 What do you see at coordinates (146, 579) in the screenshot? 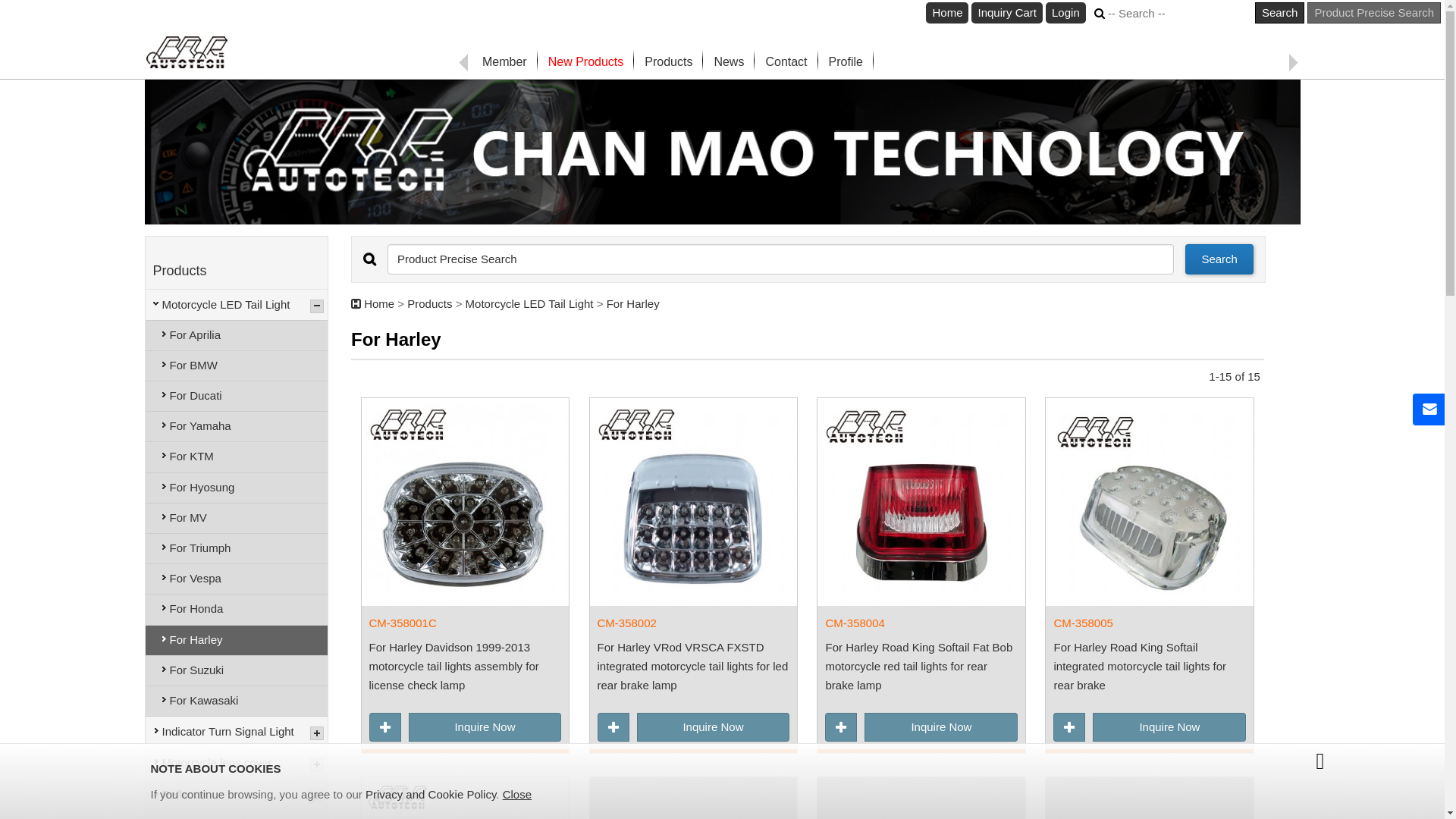
I see `'For Vespa'` at bounding box center [146, 579].